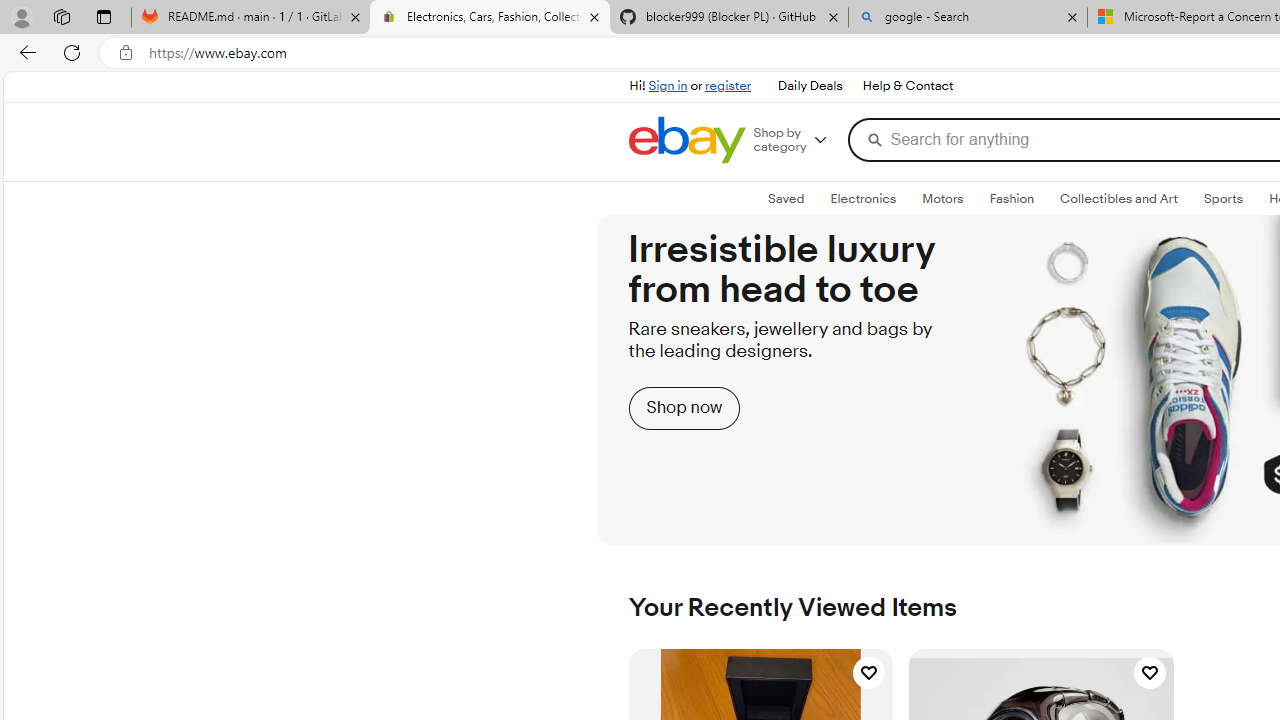  Describe the element at coordinates (810, 86) in the screenshot. I see `'Daily Deals'` at that location.